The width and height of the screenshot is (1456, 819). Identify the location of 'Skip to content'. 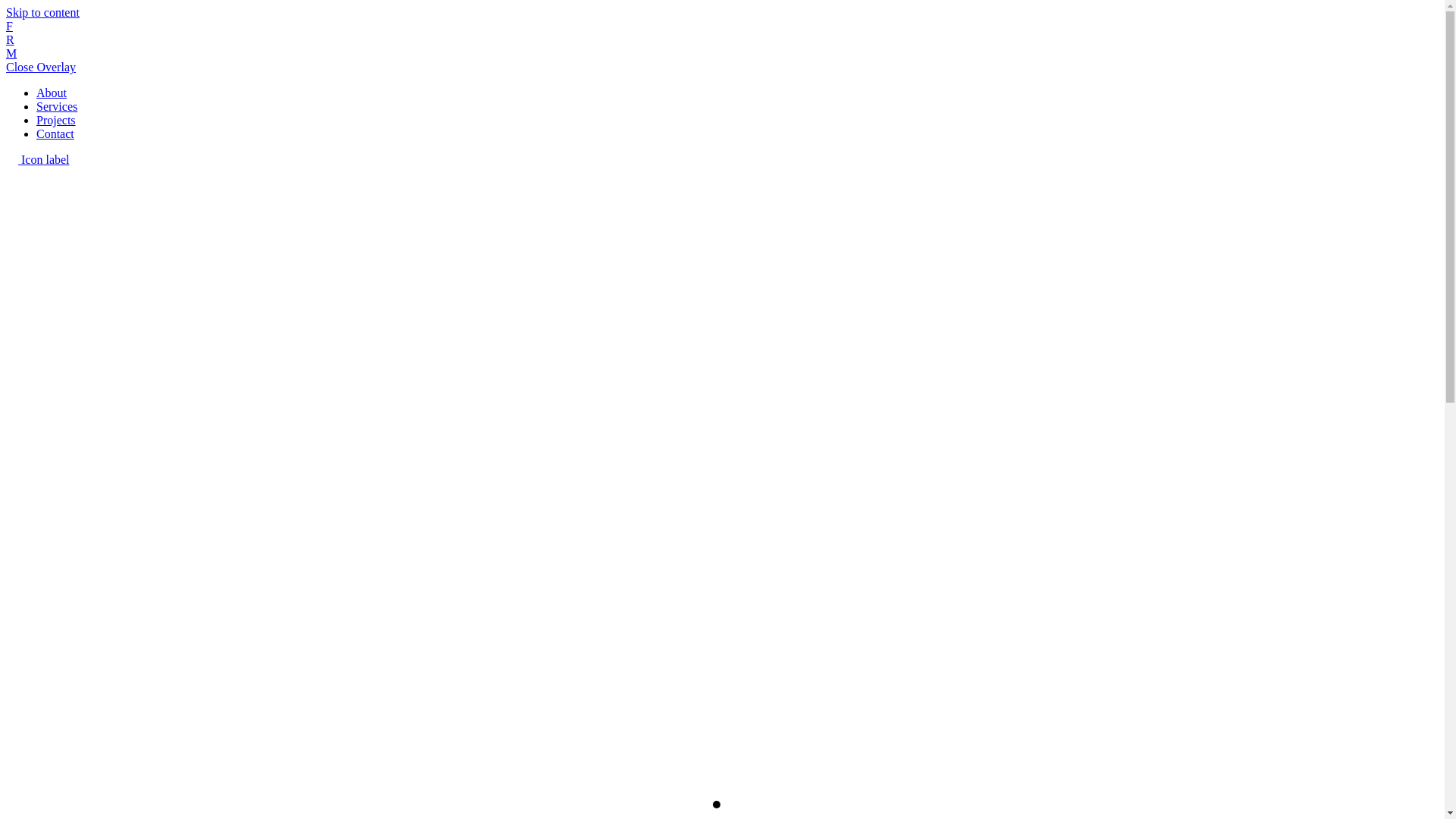
(6, 12).